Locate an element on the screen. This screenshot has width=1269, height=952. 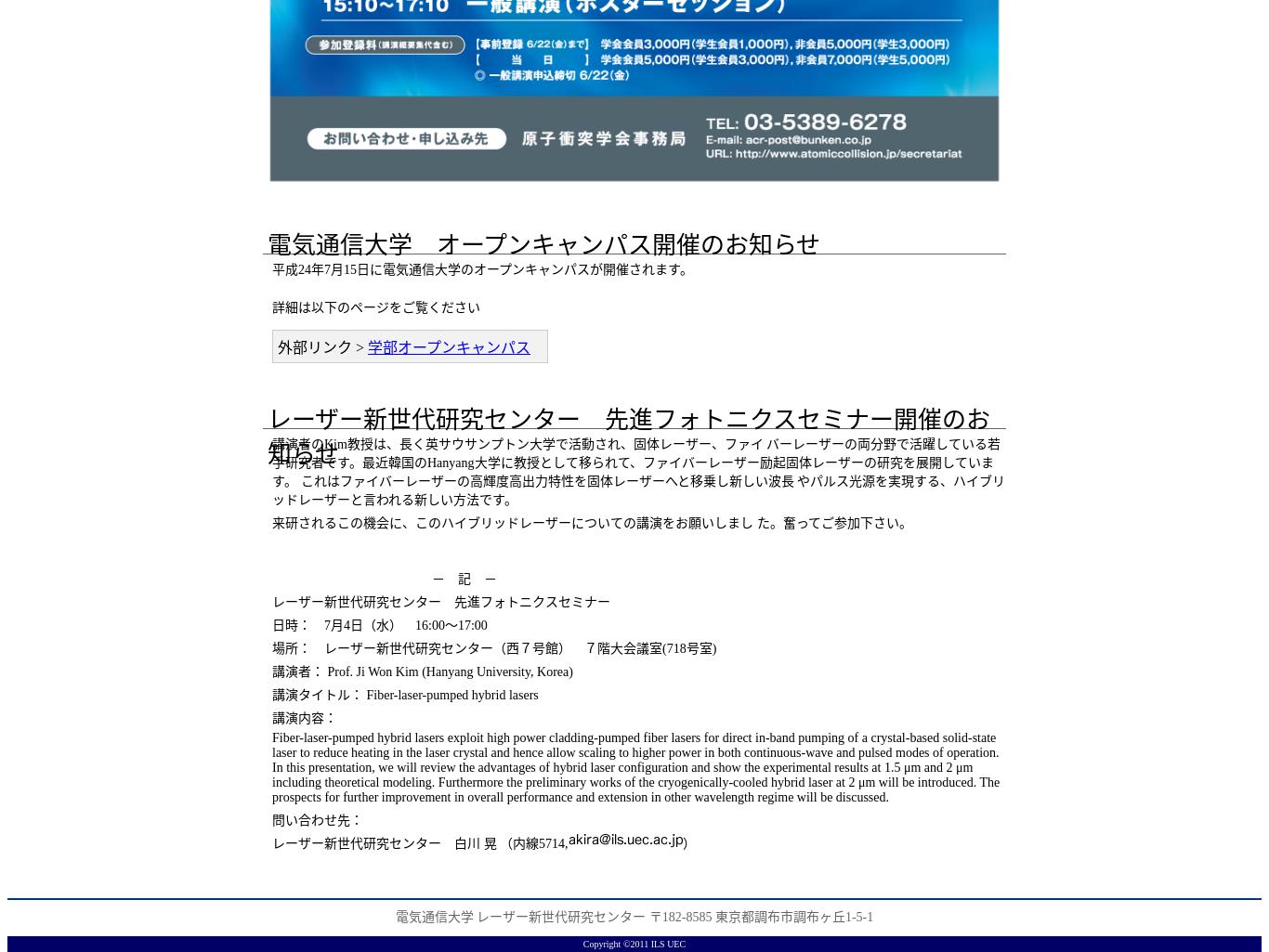
'平成24年7月15日に電気通信大学のオープンキャンパスが開催されます。' is located at coordinates (482, 269).